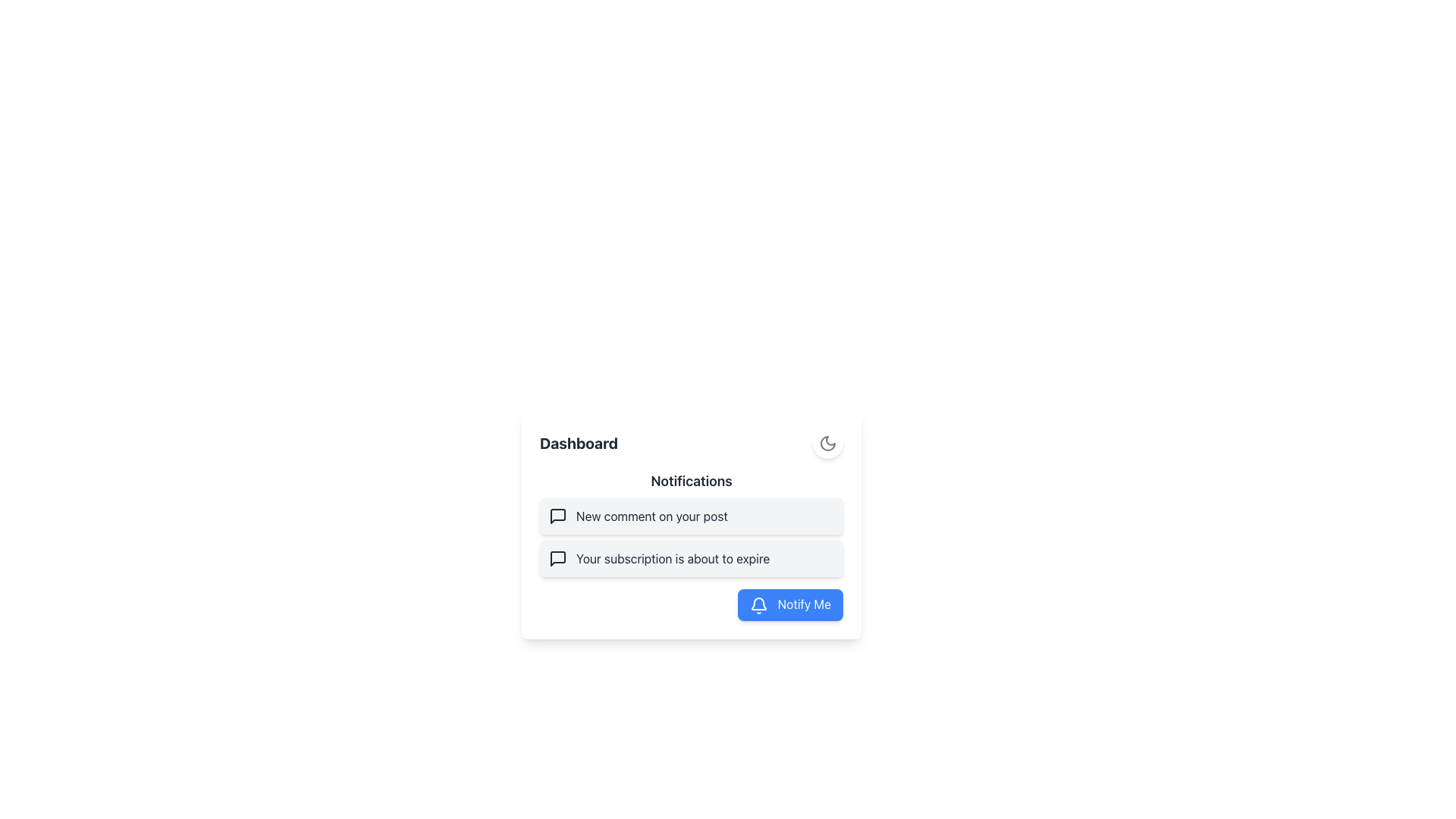  I want to click on the notification subscription button located at the bottom-right corner of the notification panel, so click(789, 604).